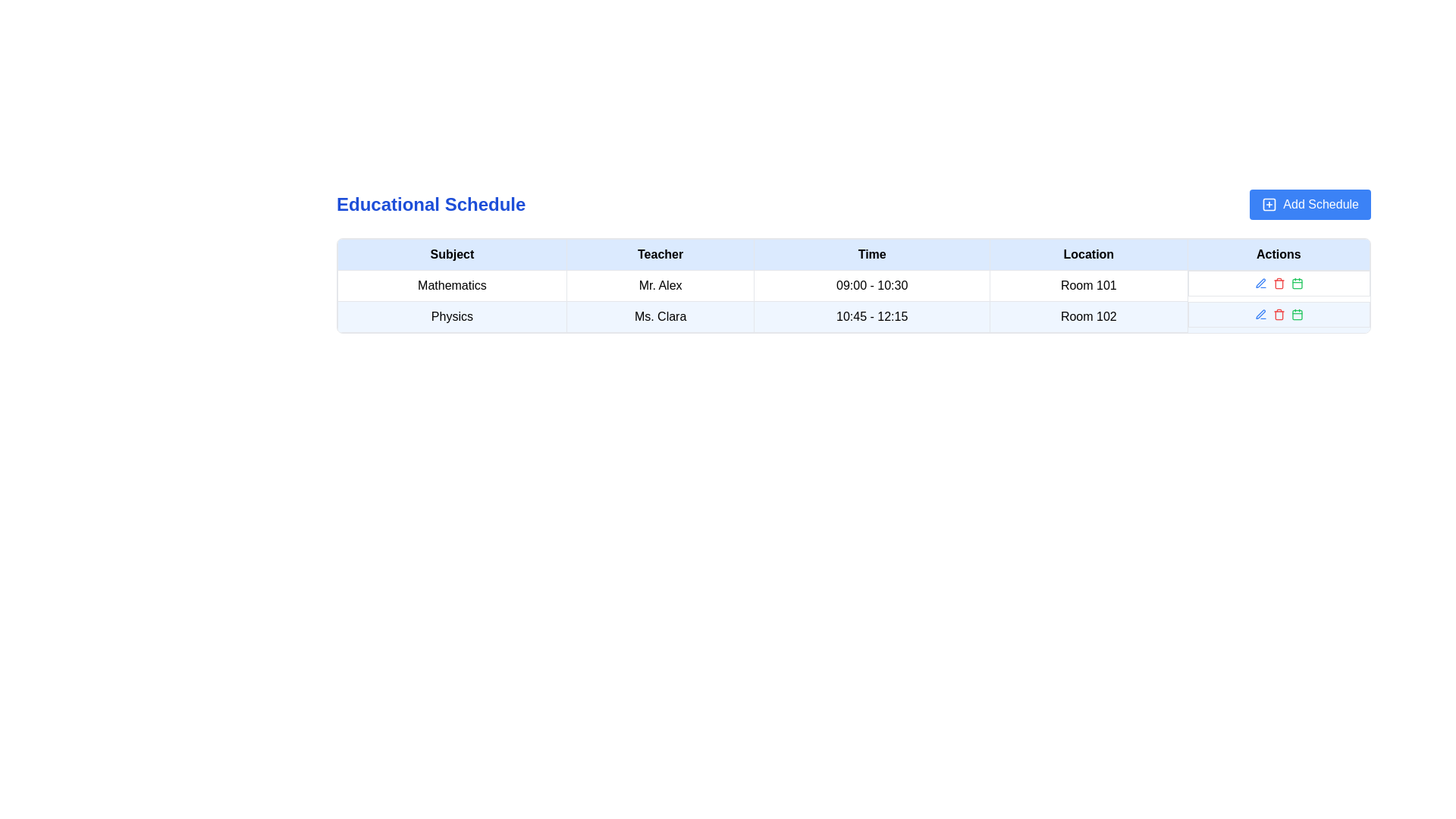 The height and width of the screenshot is (819, 1456). What do you see at coordinates (1087, 286) in the screenshot?
I see `the label indicating the location of the scheduled event or class in the first row of the table` at bounding box center [1087, 286].